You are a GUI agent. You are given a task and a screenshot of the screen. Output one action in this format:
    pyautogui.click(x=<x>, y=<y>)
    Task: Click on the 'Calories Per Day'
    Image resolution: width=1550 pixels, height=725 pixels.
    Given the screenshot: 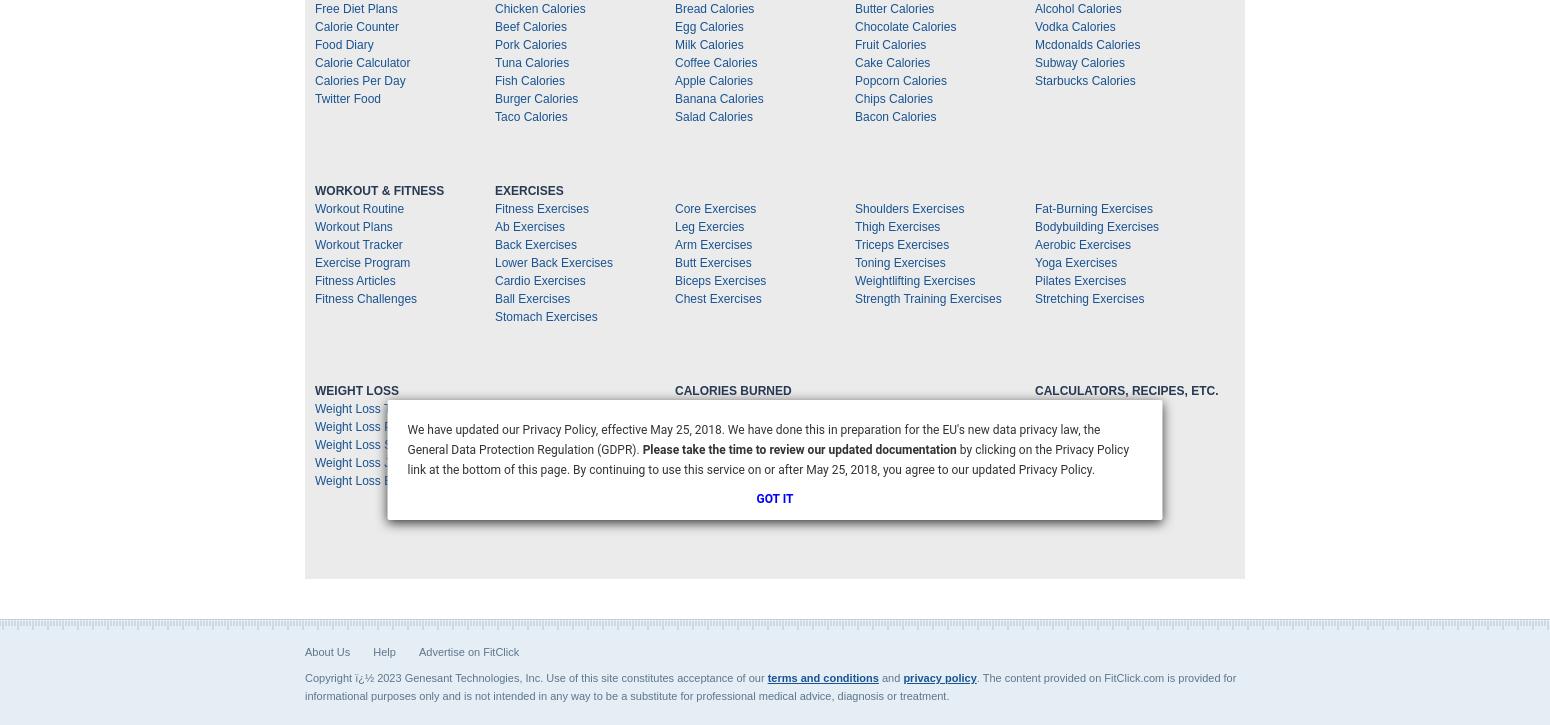 What is the action you would take?
    pyautogui.click(x=313, y=80)
    